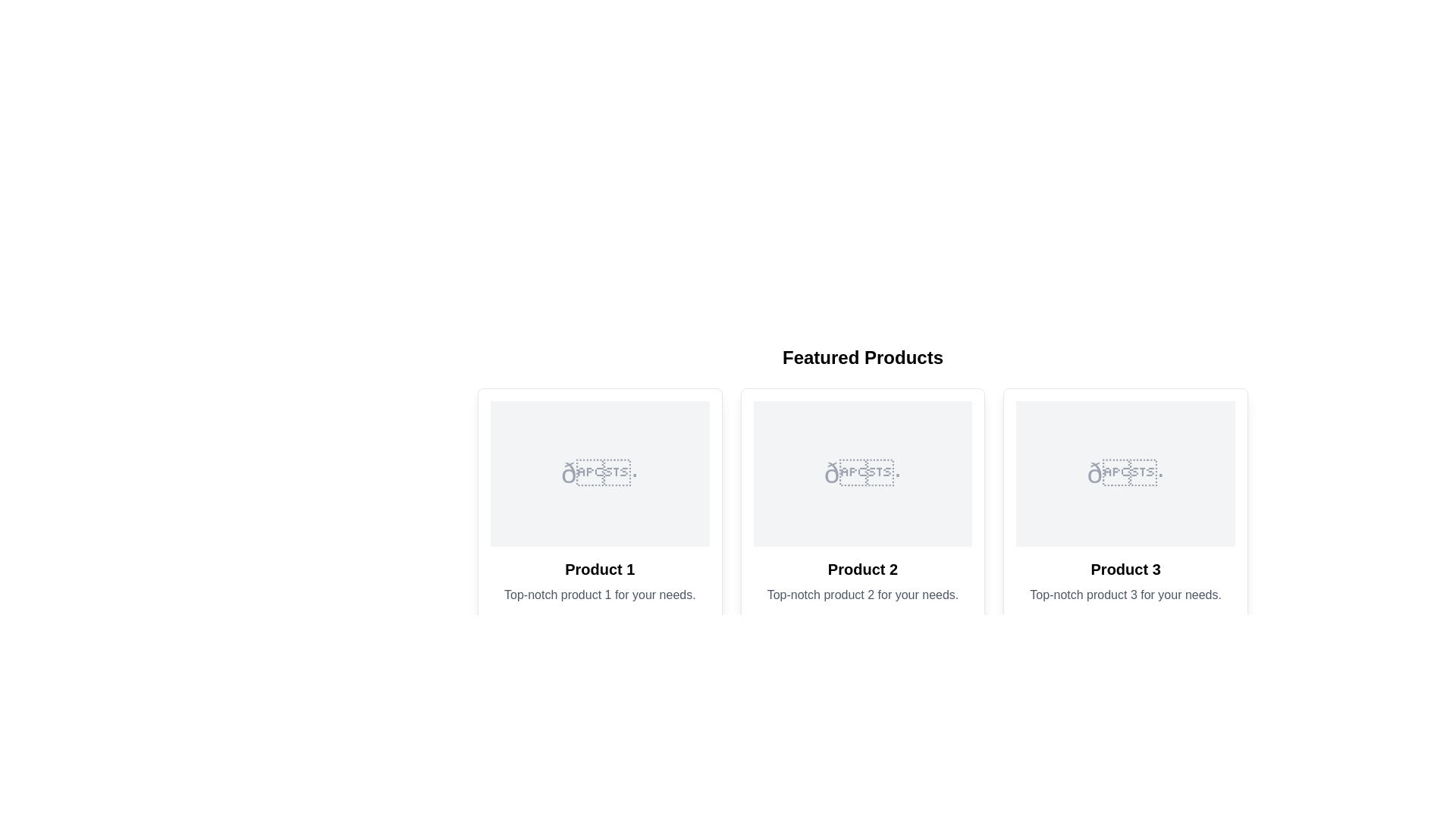 Image resolution: width=1456 pixels, height=819 pixels. I want to click on the static visual placeholder for 'Product 2' within the middle card of the 'Featured Products' section, so click(862, 472).